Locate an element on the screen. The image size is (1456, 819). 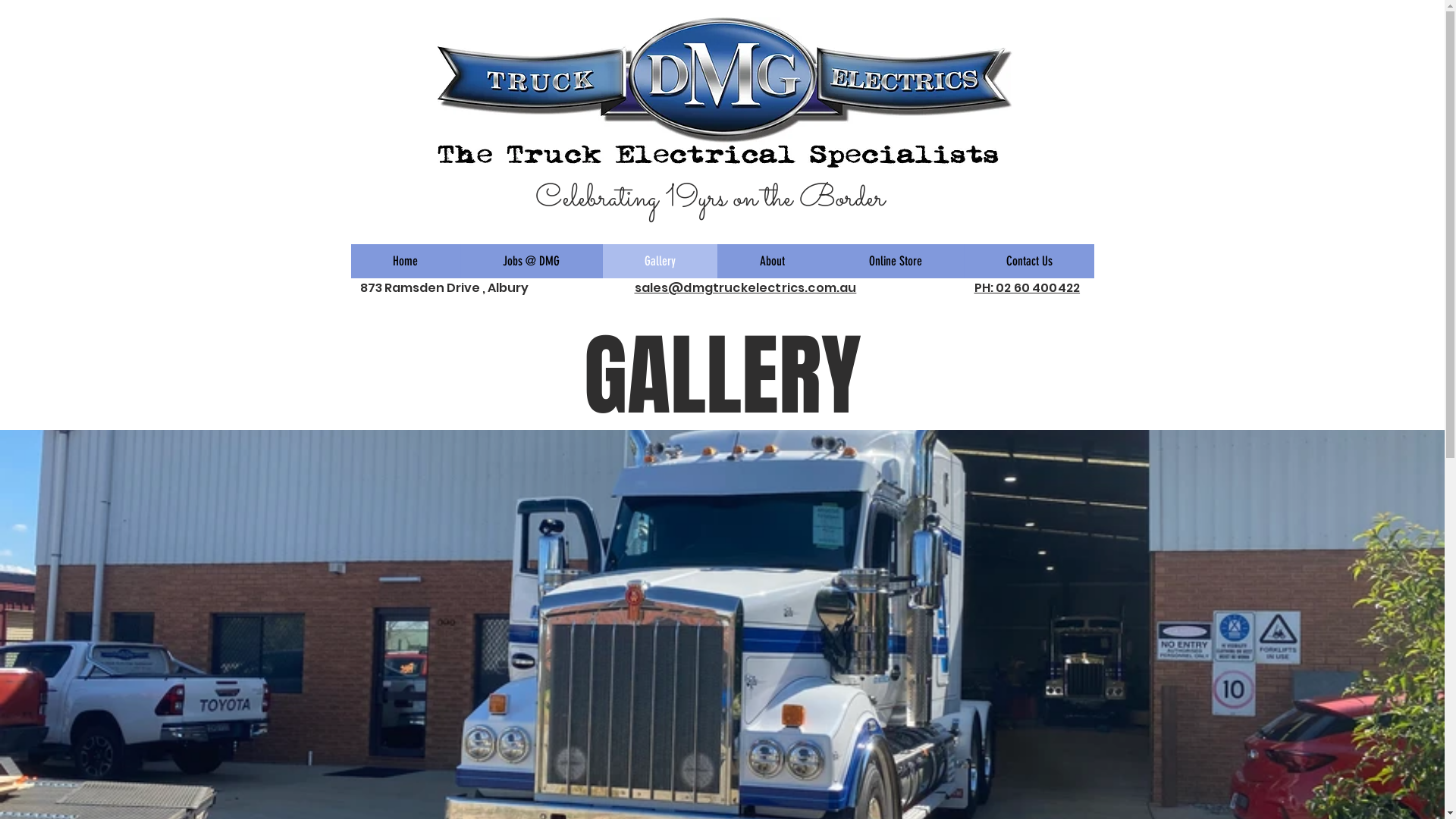
'Gallery' is located at coordinates (659, 260).